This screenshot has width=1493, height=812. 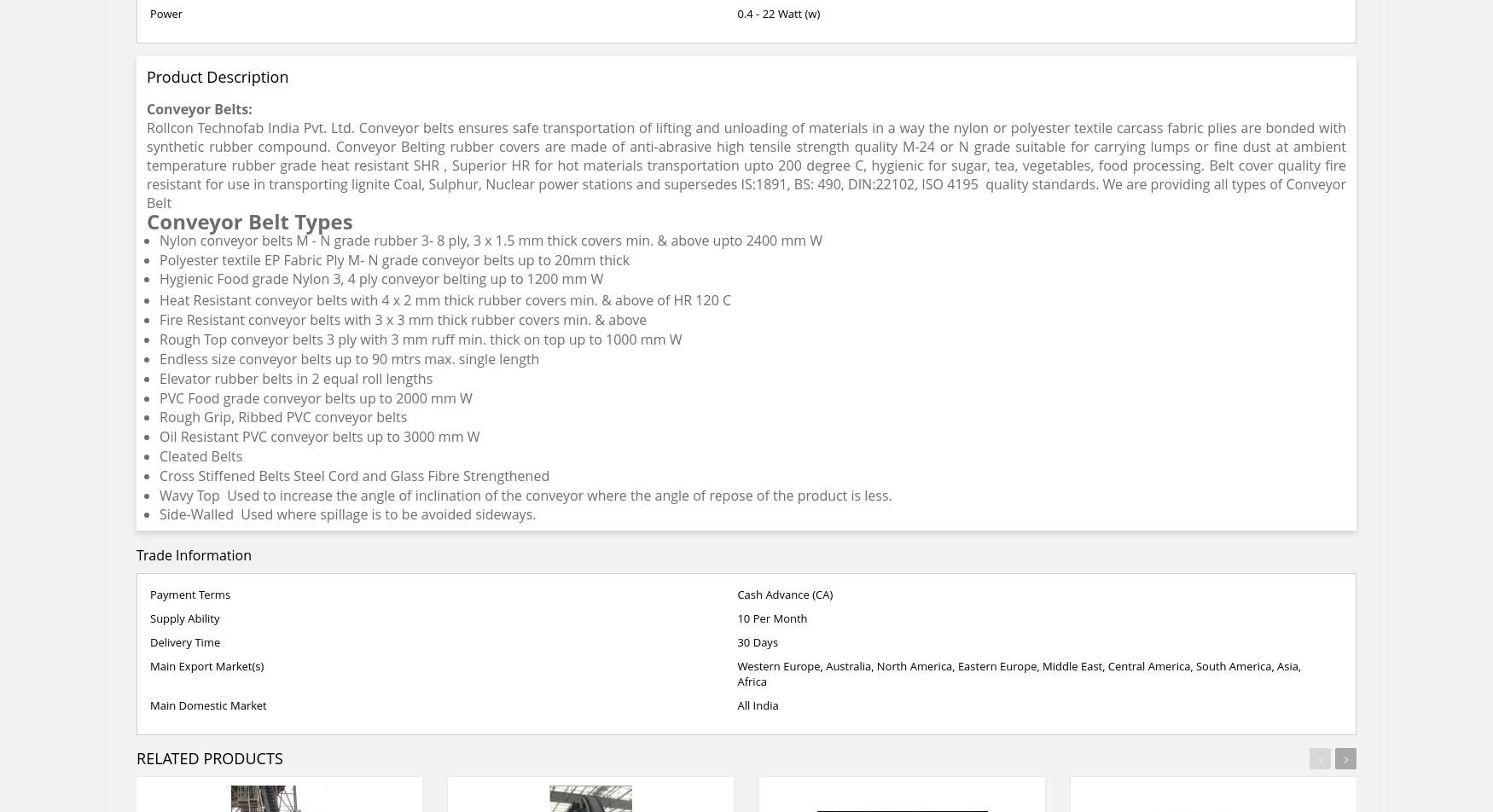 What do you see at coordinates (381, 277) in the screenshot?
I see `'Hygienic Food grade Nylon 3, 4 ply conveyor belting up to 1200 mm W'` at bounding box center [381, 277].